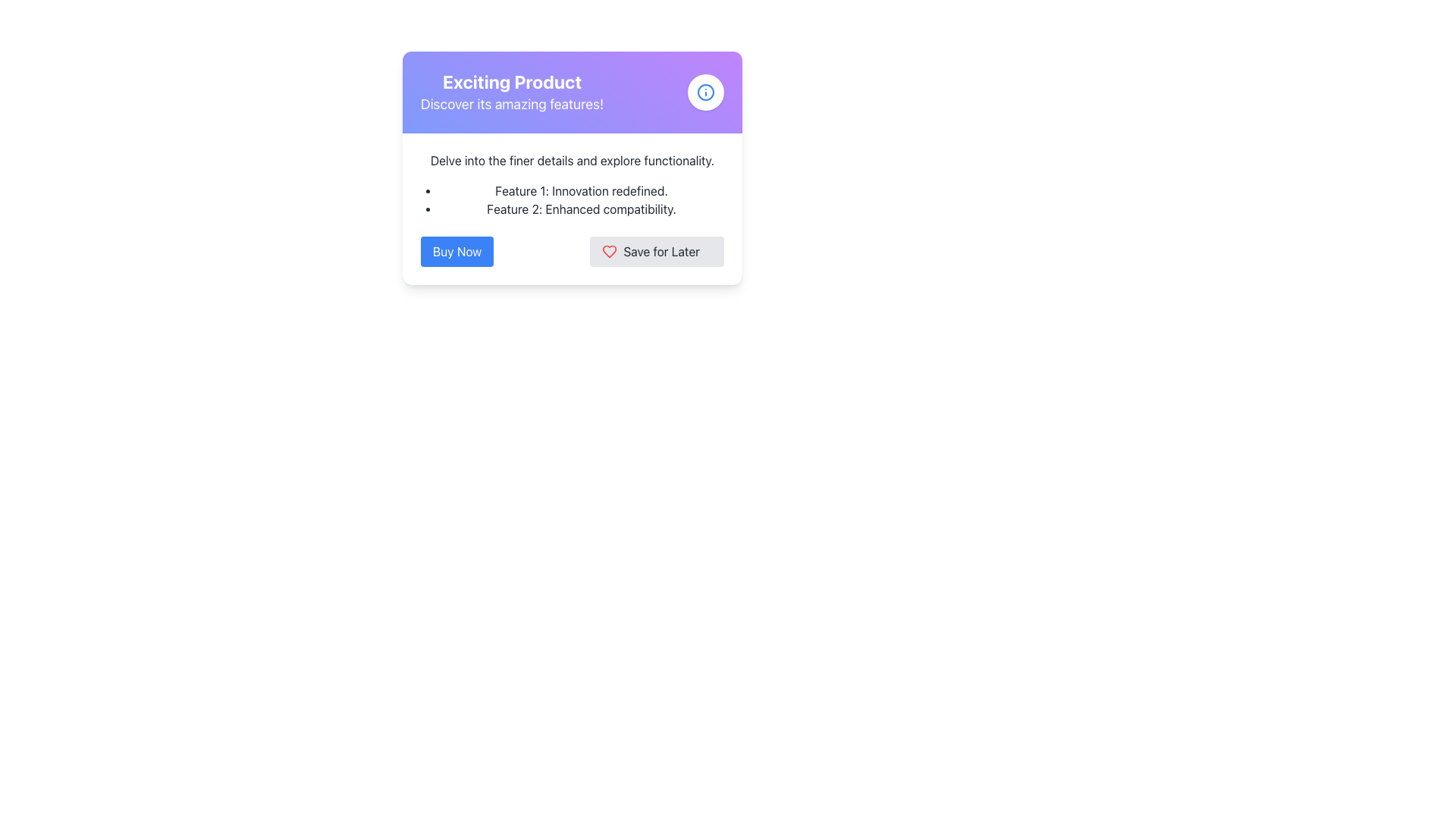  What do you see at coordinates (512, 93) in the screenshot?
I see `text located at the top-left corner of the card layout, which serves as the title and subtitle for the content promoted by the card` at bounding box center [512, 93].